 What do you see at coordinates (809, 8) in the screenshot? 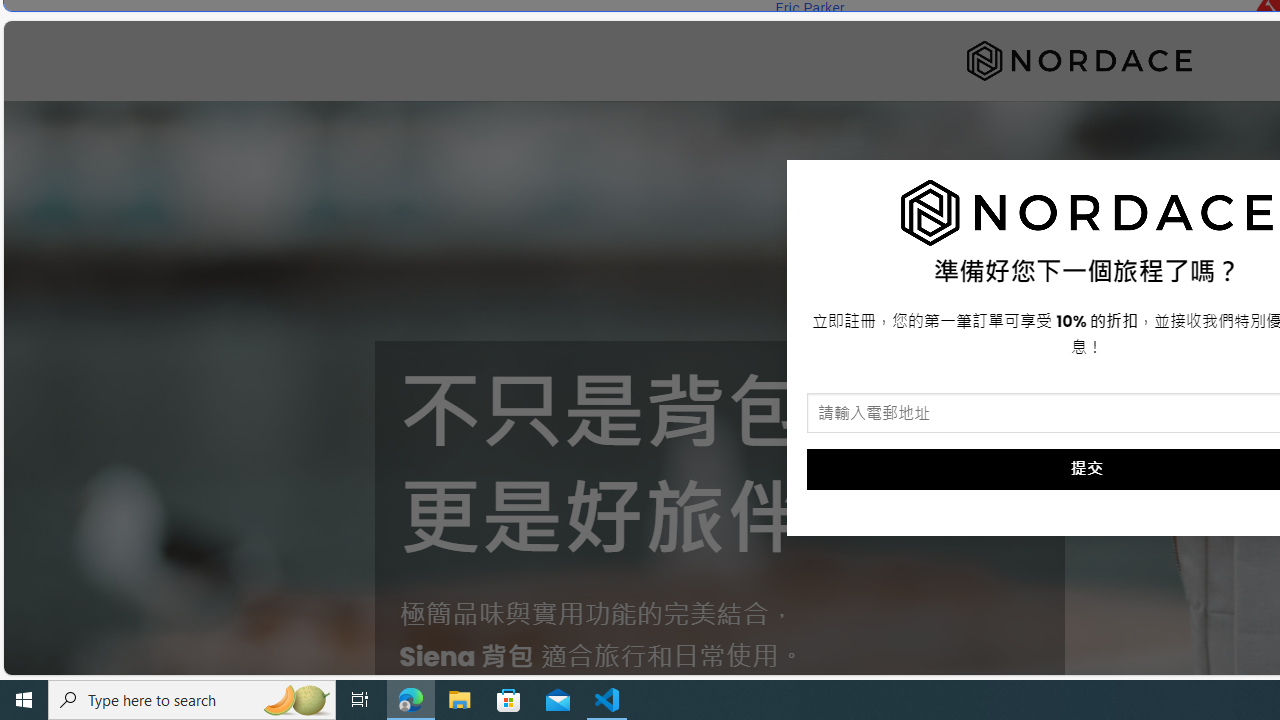
I see `'Eric Parker'` at bounding box center [809, 8].